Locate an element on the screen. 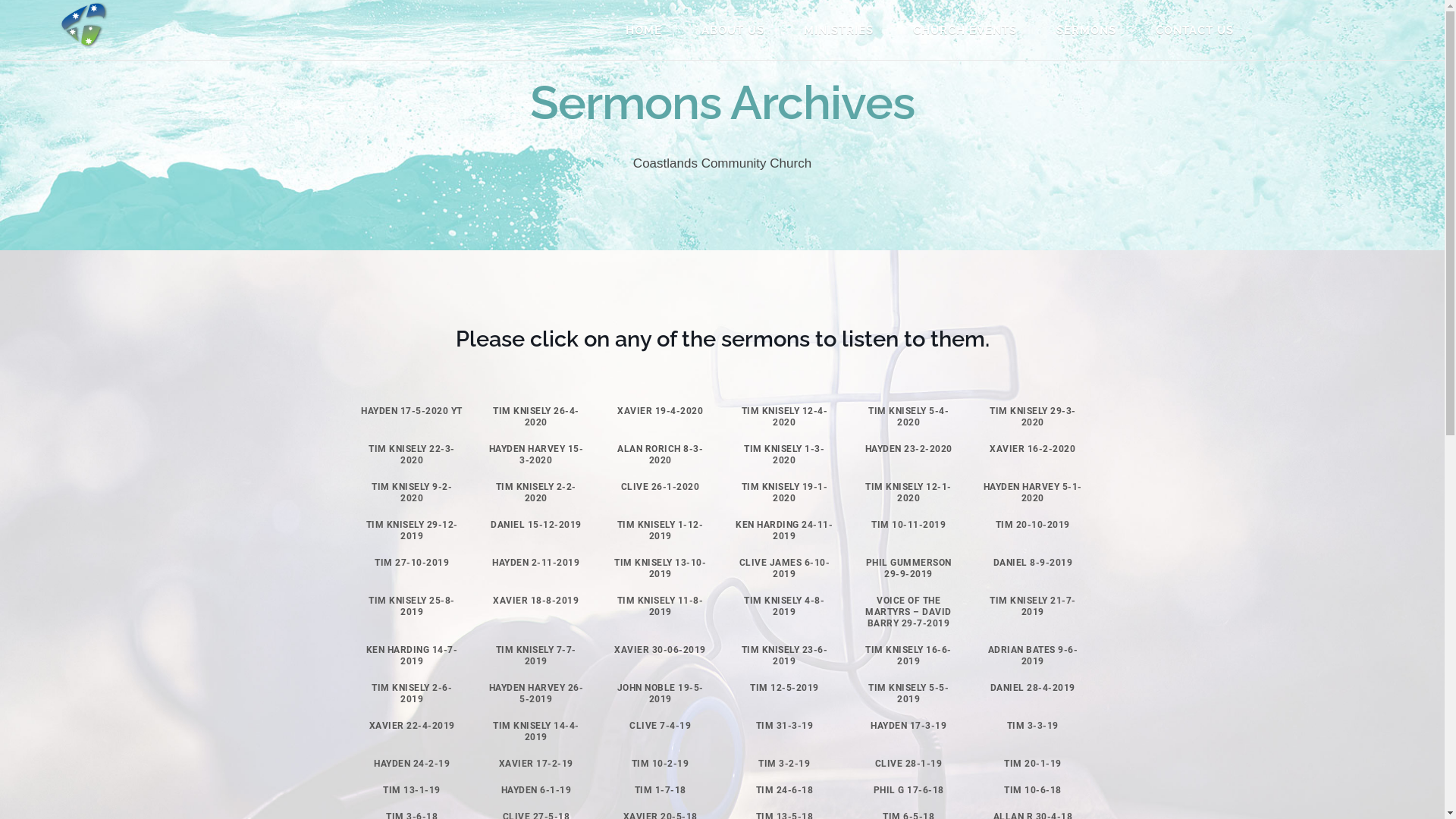 This screenshot has height=819, width=1456. 'DANIEL 15-12-2019' is located at coordinates (535, 523).